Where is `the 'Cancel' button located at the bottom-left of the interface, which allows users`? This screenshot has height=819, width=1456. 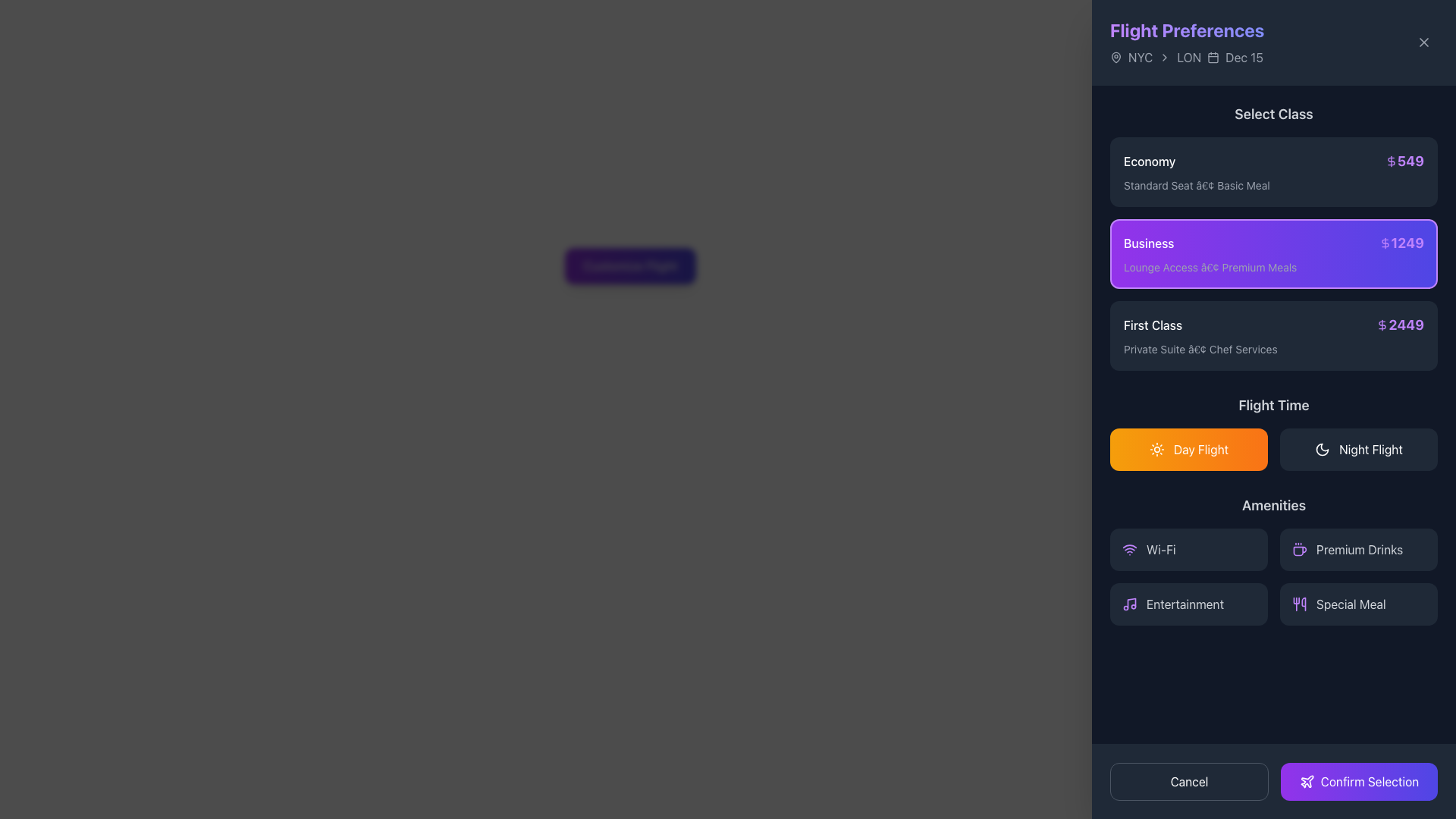 the 'Cancel' button located at the bottom-left of the interface, which allows users is located at coordinates (1188, 781).